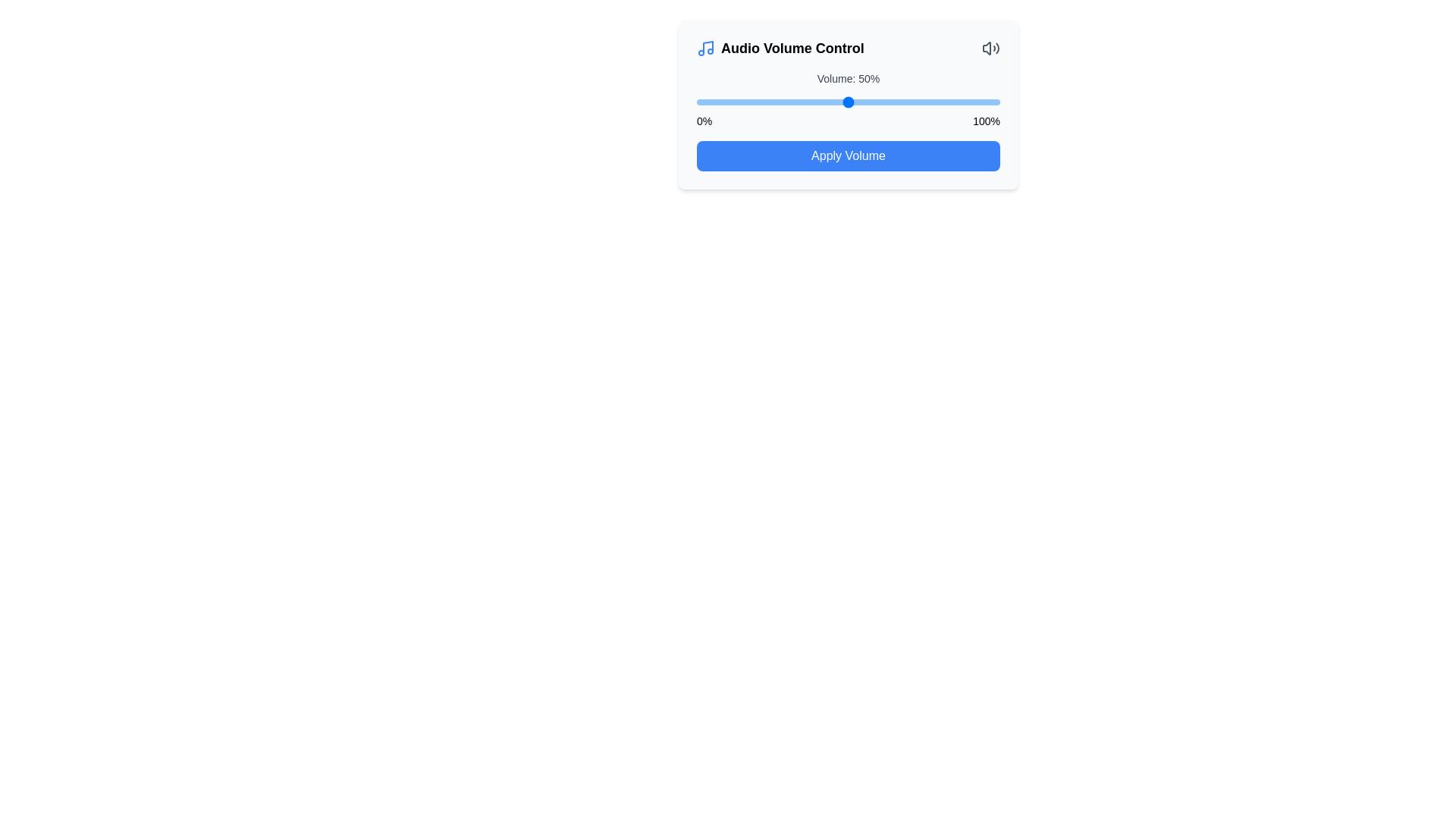 Image resolution: width=1456 pixels, height=819 pixels. I want to click on the volume, so click(833, 102).